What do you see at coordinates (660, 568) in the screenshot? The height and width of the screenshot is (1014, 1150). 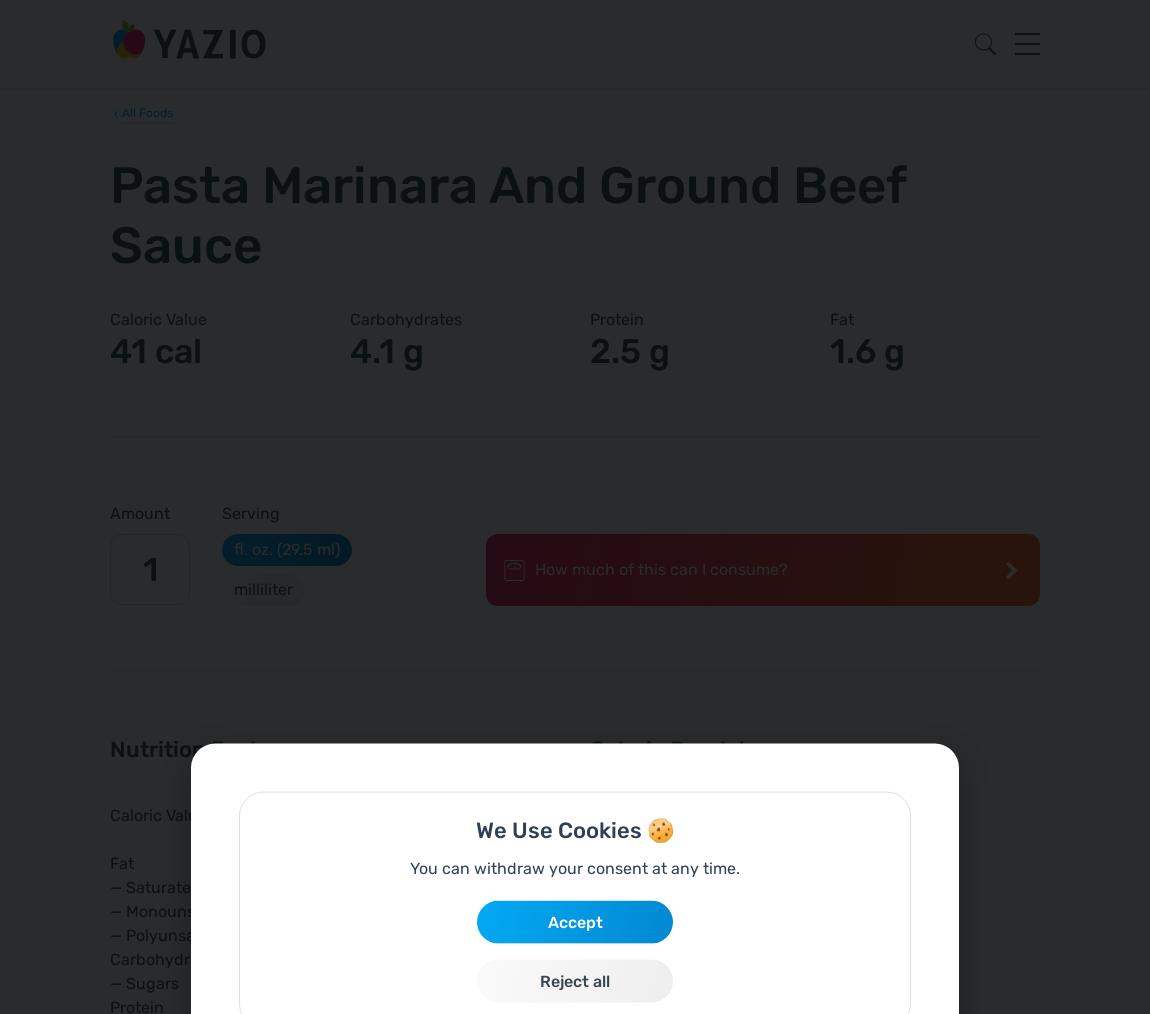 I see `'How much of this can I consume?'` at bounding box center [660, 568].